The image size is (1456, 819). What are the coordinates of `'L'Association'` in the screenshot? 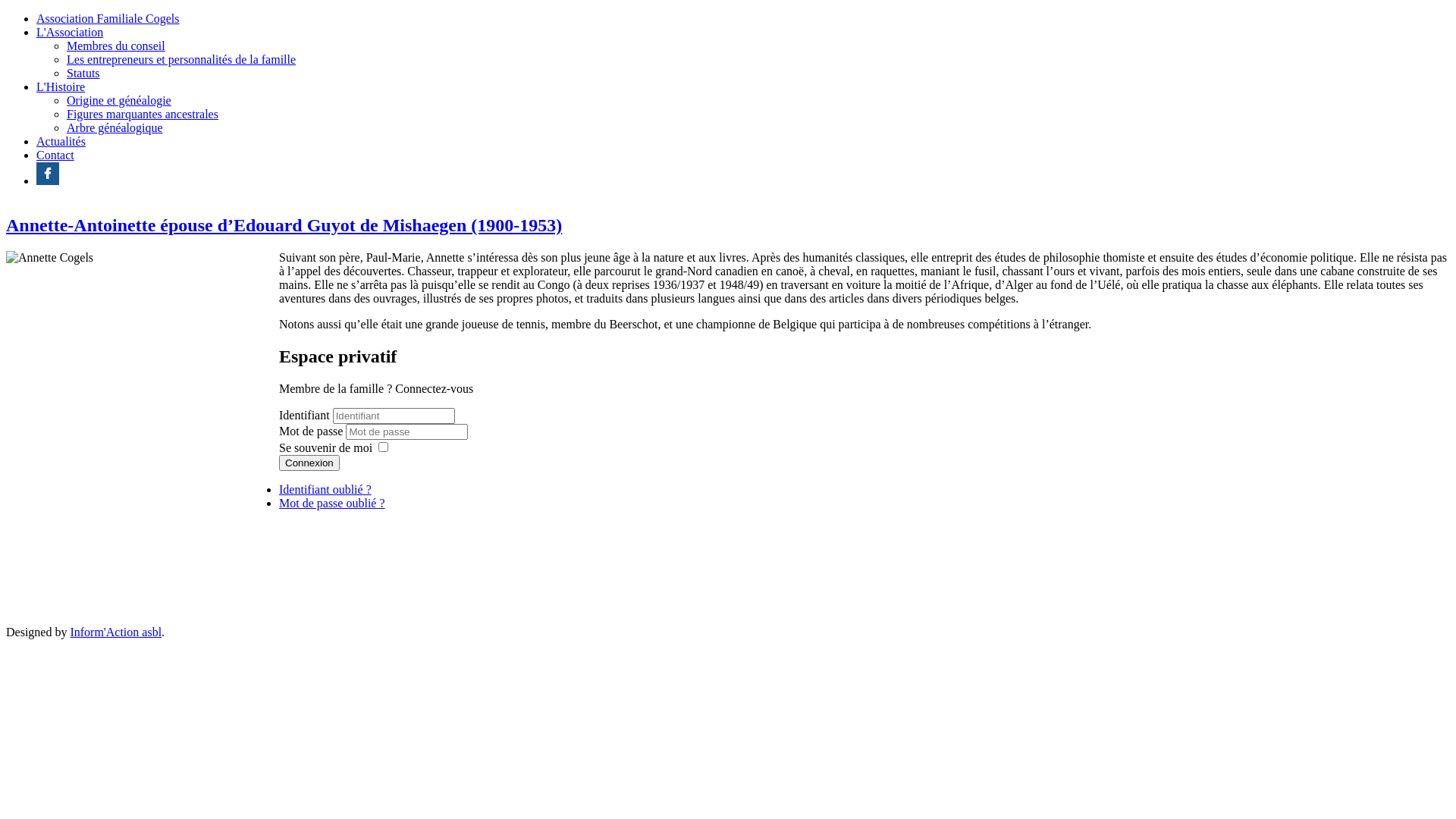 It's located at (68, 32).